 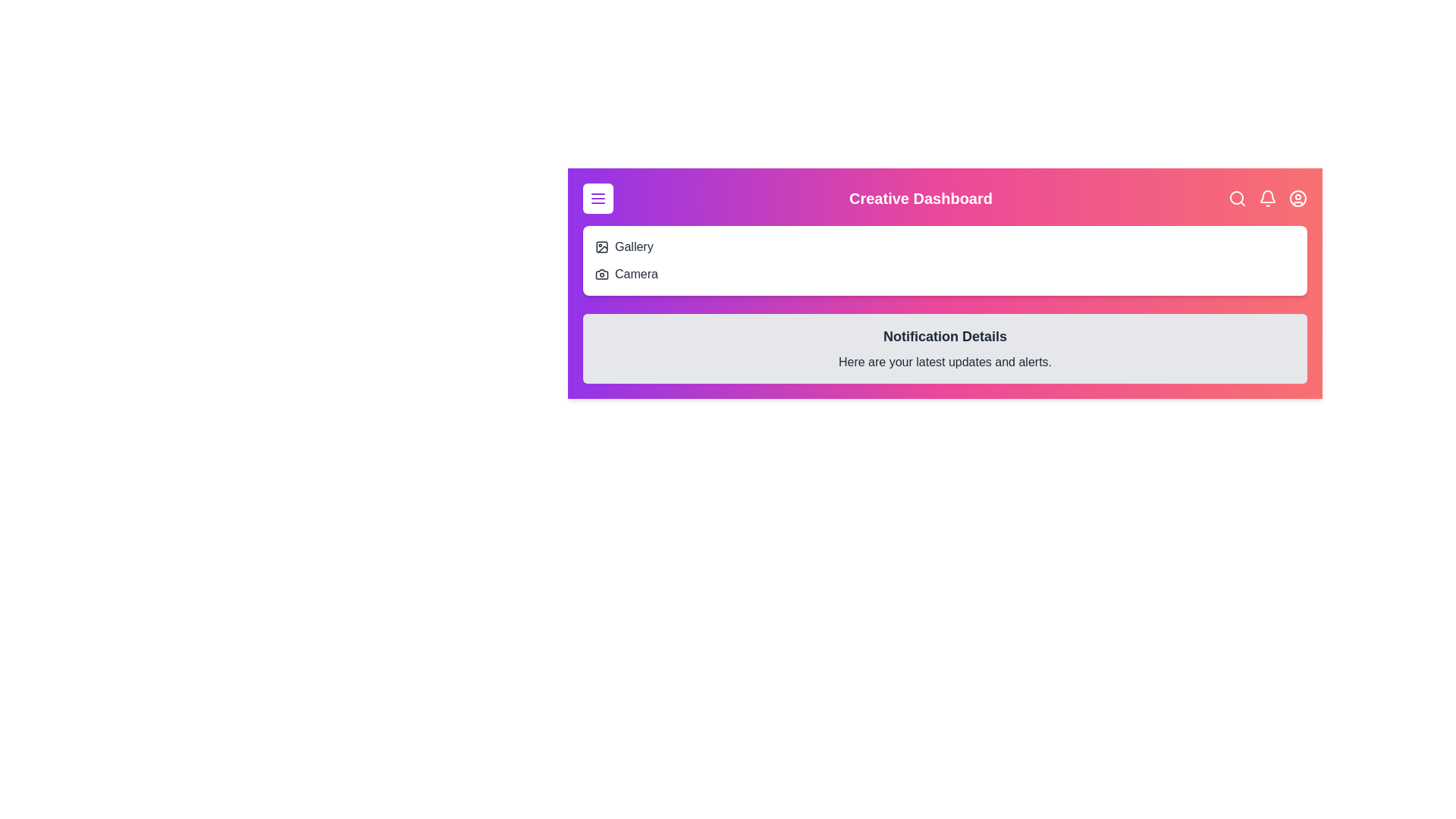 I want to click on the 'Camera' menu item to select it, so click(x=636, y=275).